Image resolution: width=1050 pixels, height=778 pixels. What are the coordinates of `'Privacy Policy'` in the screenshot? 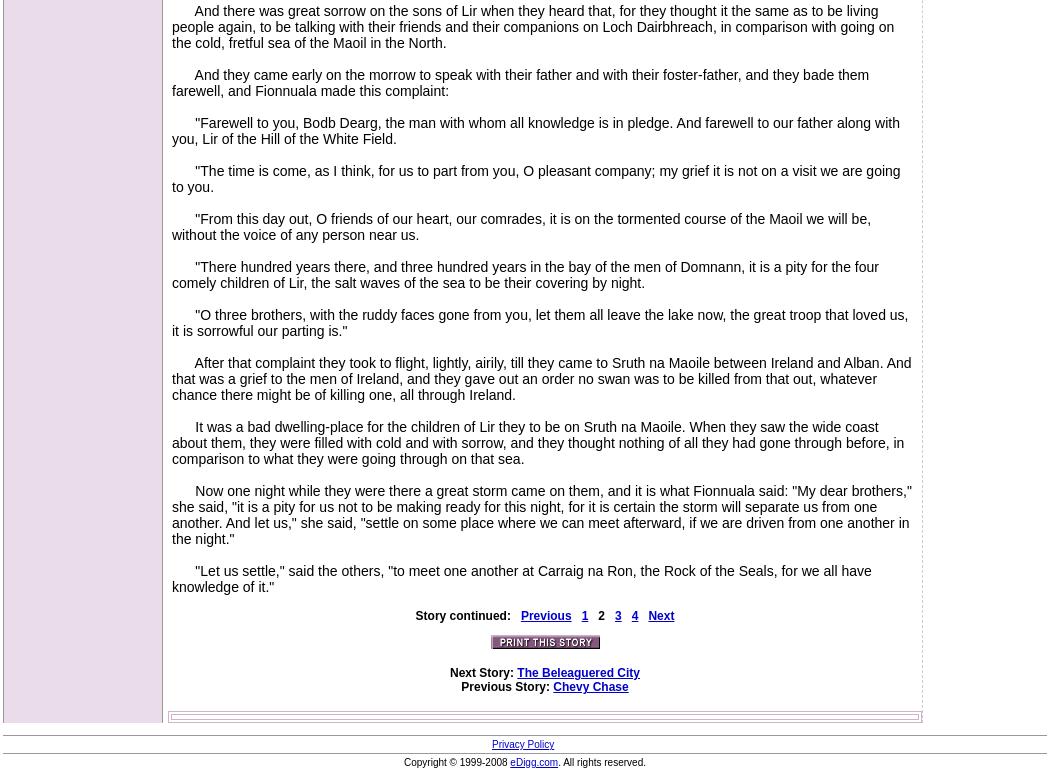 It's located at (521, 743).